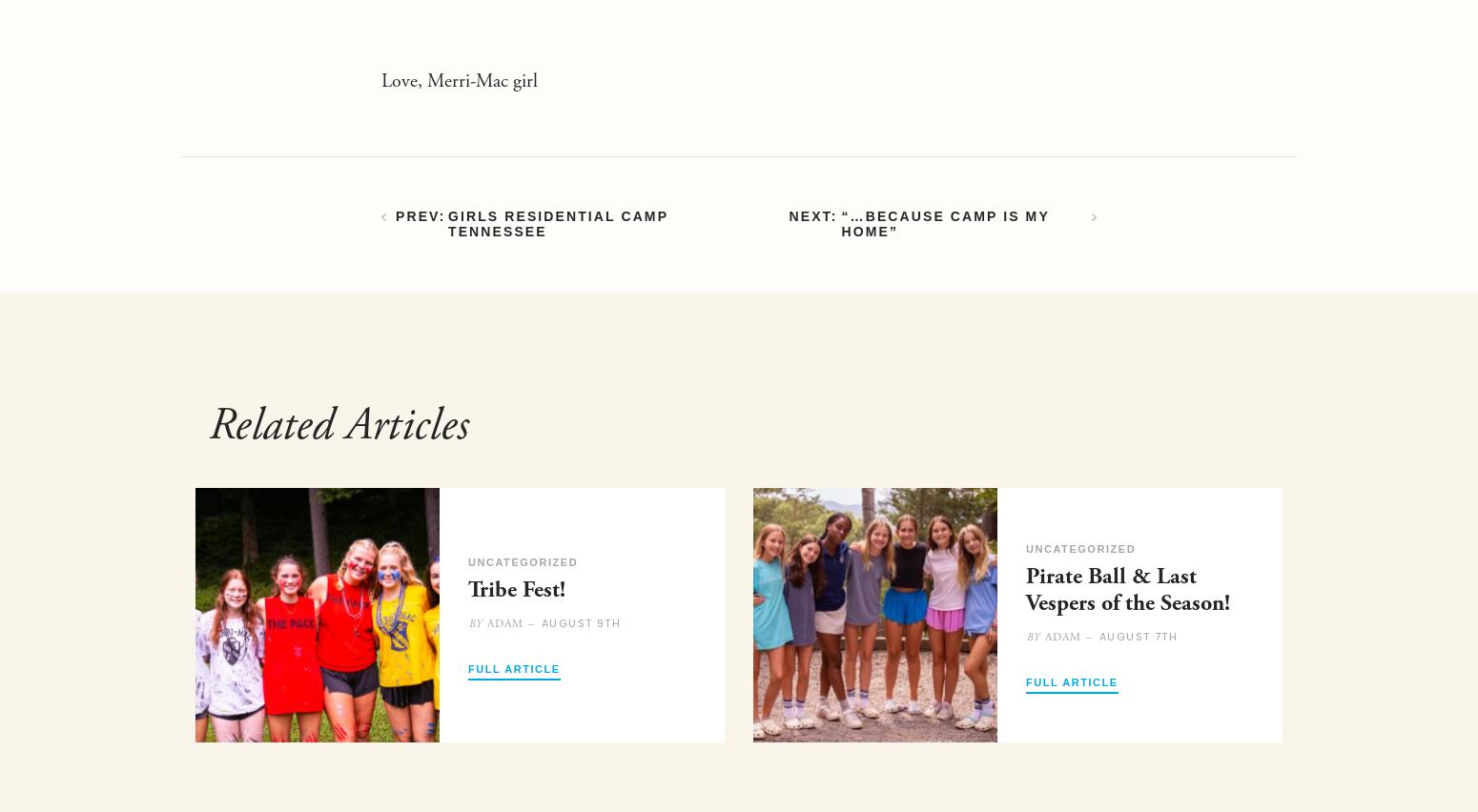 Image resolution: width=1478 pixels, height=812 pixels. What do you see at coordinates (1127, 589) in the screenshot?
I see `'Pirate Ball & Last Vespers of the Season!'` at bounding box center [1127, 589].